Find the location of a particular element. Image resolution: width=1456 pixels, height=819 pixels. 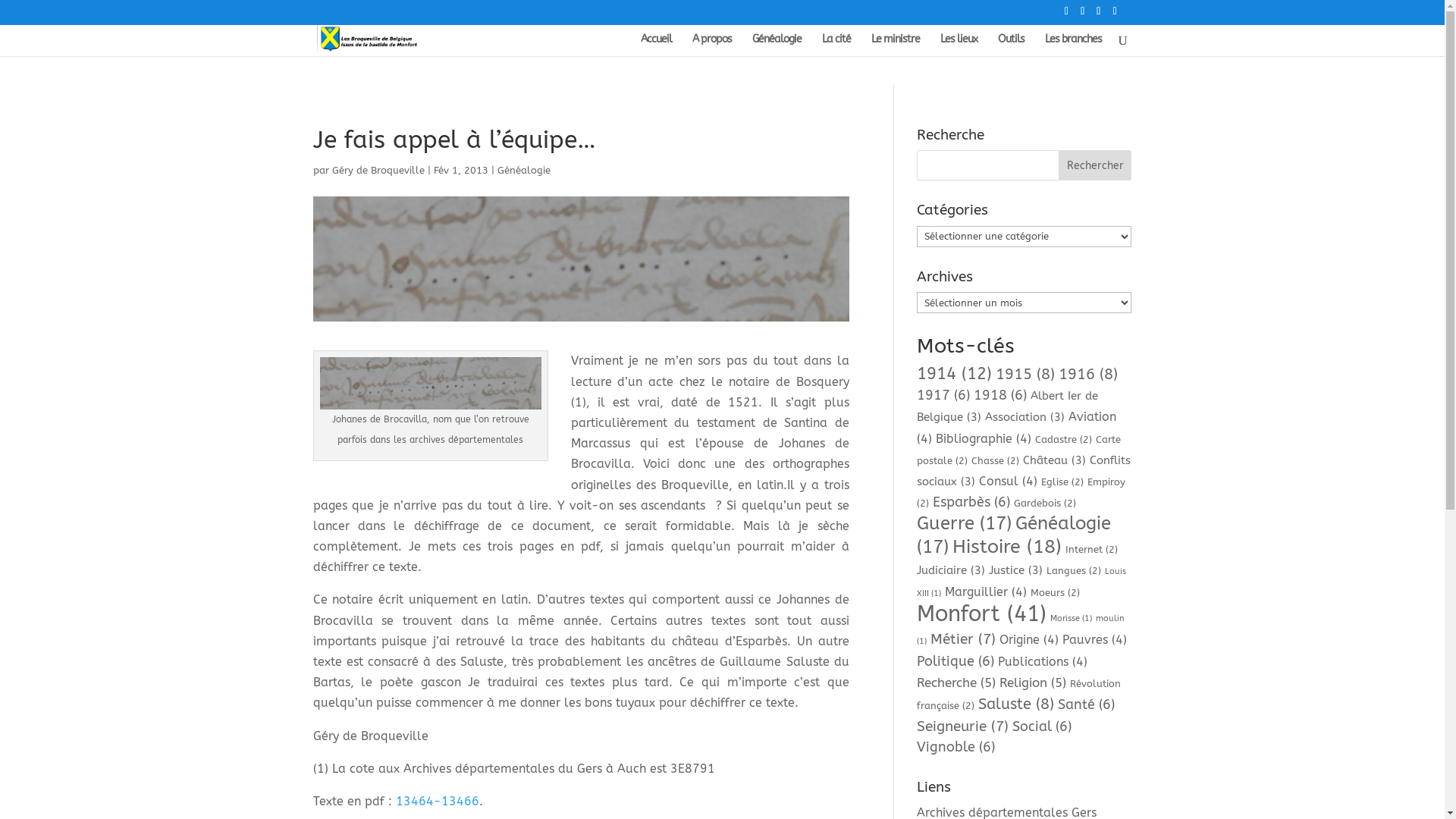

'Origine (4)' is located at coordinates (1029, 639).